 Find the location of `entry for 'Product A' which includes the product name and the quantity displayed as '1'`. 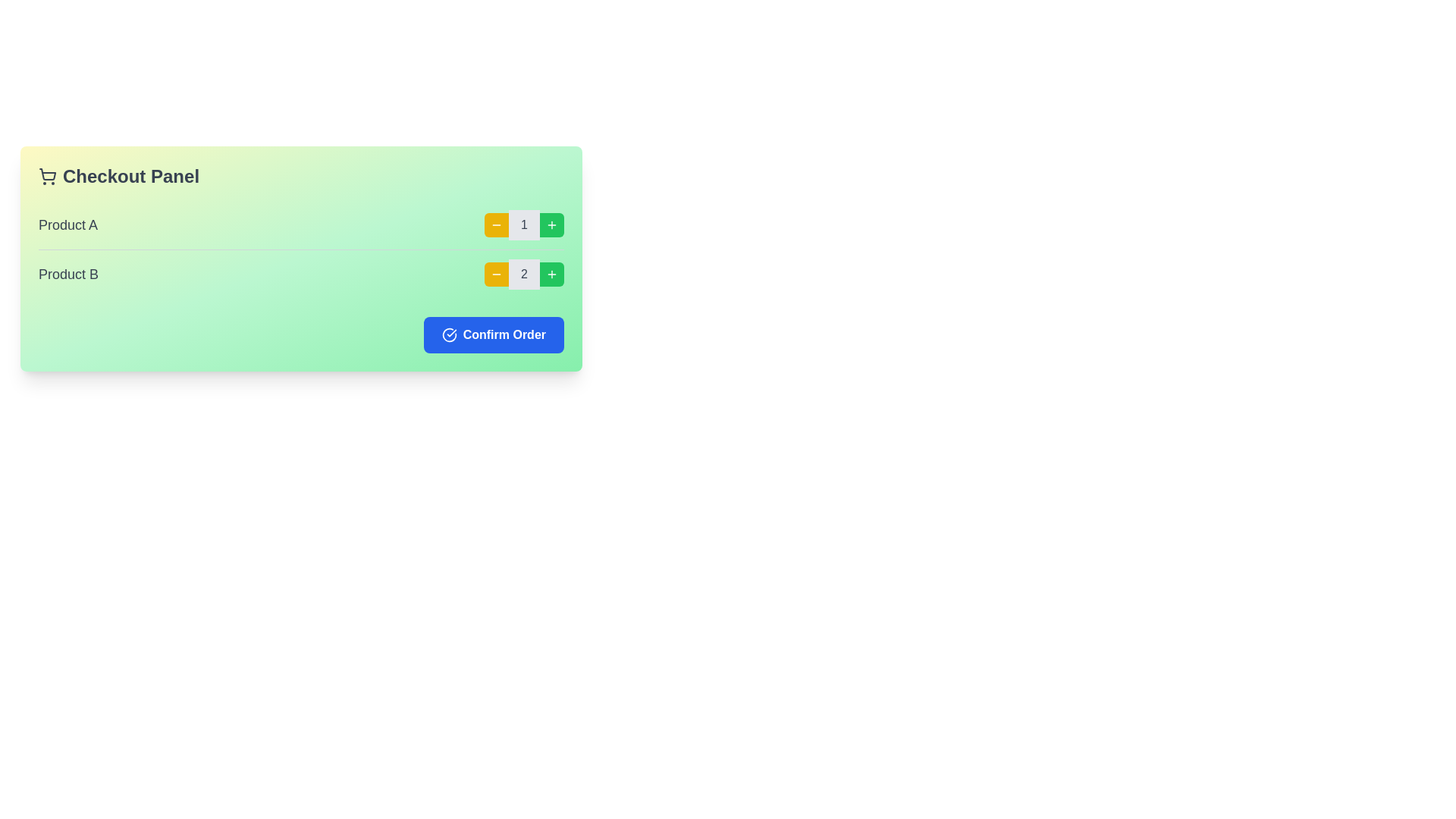

entry for 'Product A' which includes the product name and the quantity displayed as '1' is located at coordinates (301, 225).